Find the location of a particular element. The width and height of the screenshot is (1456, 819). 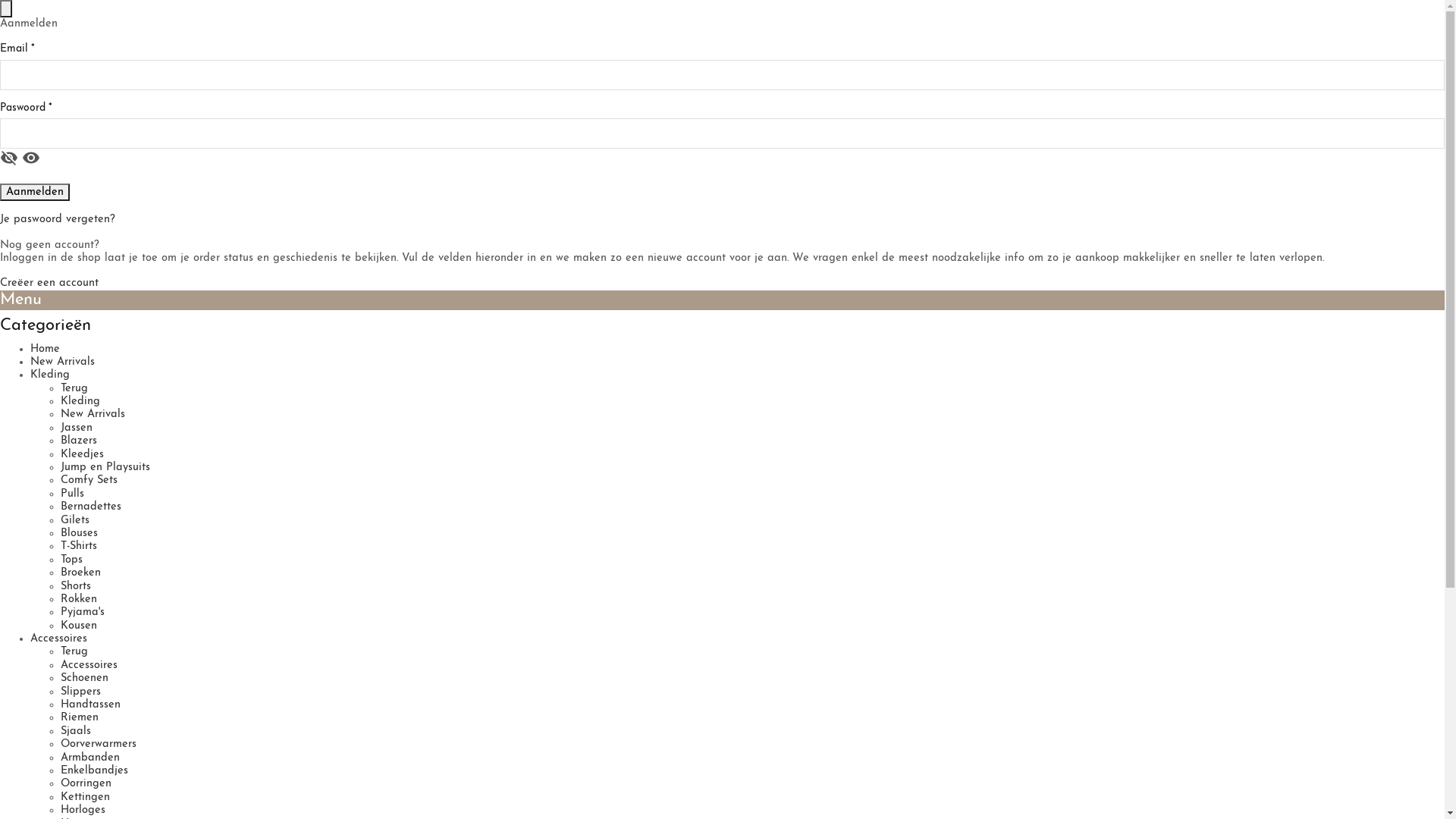

'T-Shirts' is located at coordinates (61, 546).